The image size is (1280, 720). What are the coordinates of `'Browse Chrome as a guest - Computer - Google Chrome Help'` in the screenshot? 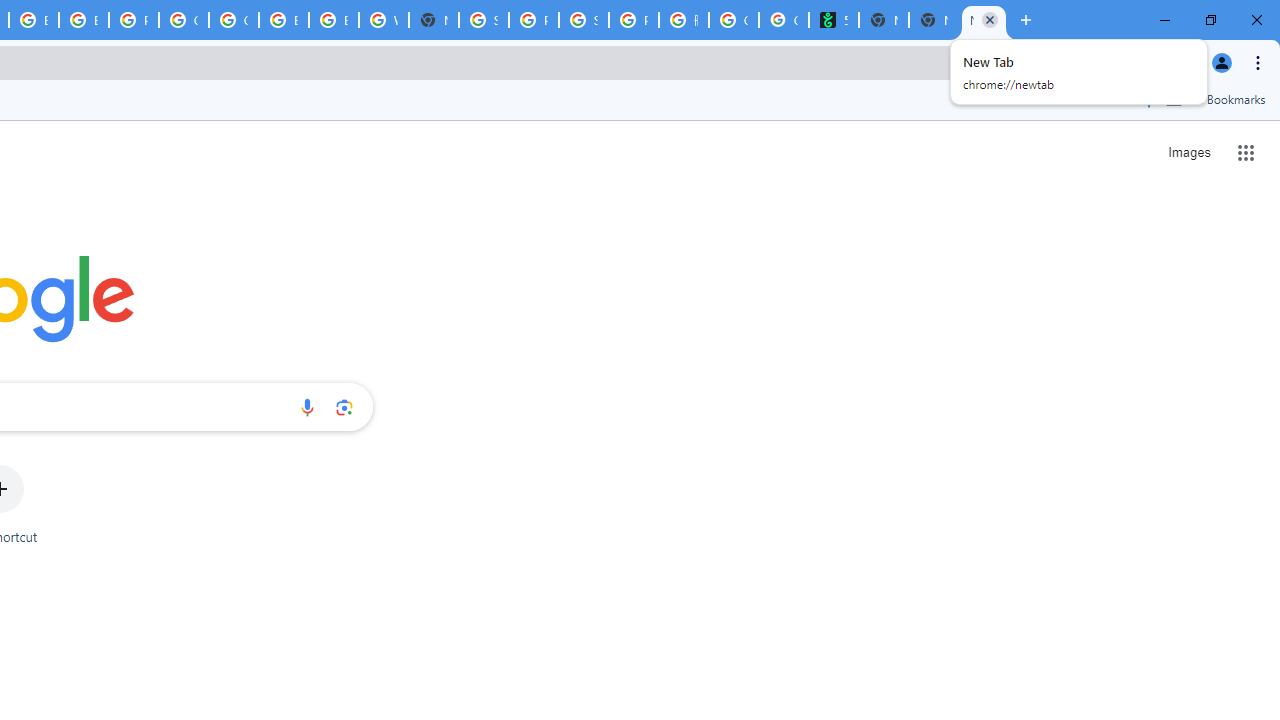 It's located at (334, 20).